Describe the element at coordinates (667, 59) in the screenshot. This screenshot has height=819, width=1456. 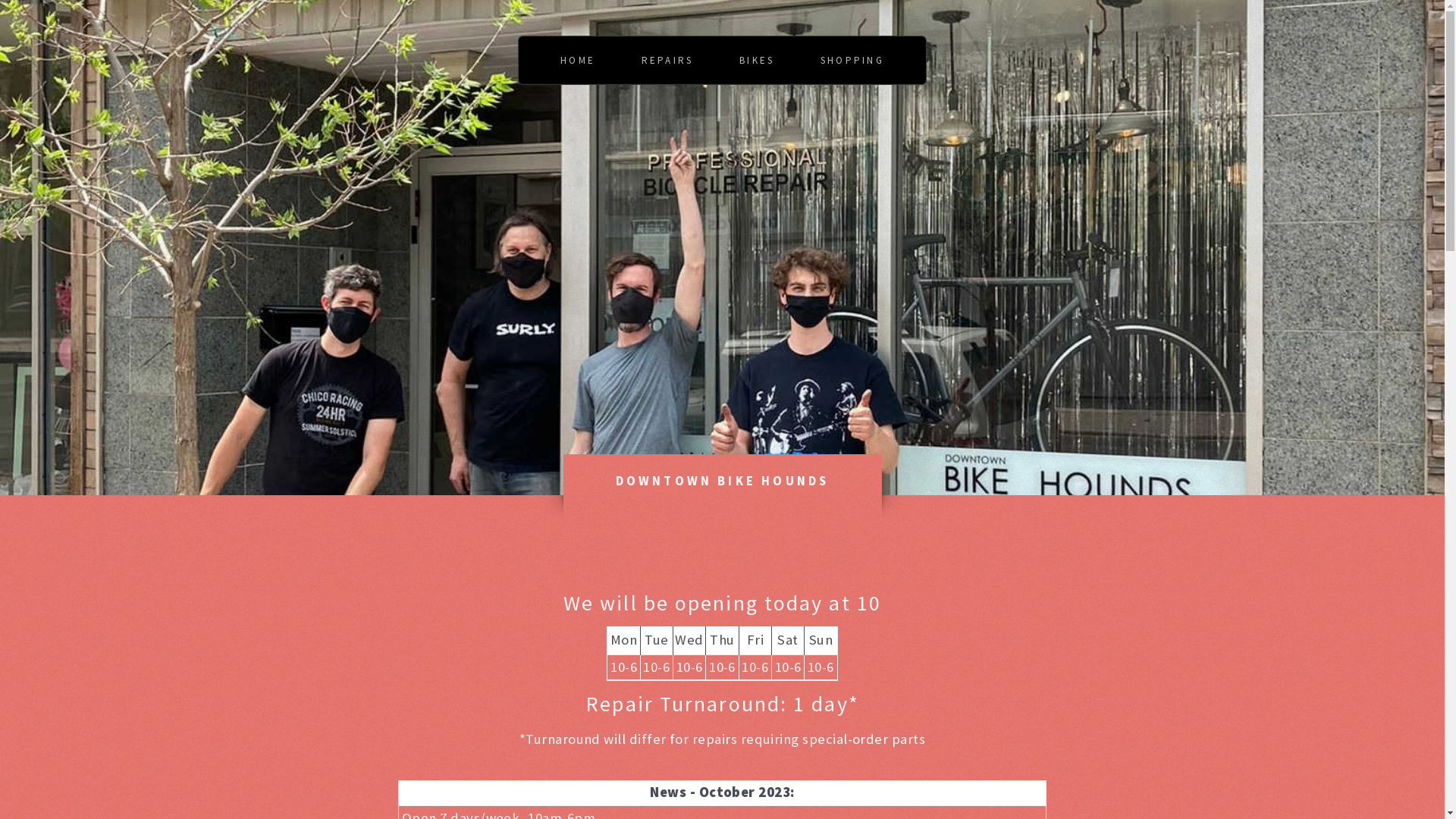
I see `'REPAIRS'` at that location.